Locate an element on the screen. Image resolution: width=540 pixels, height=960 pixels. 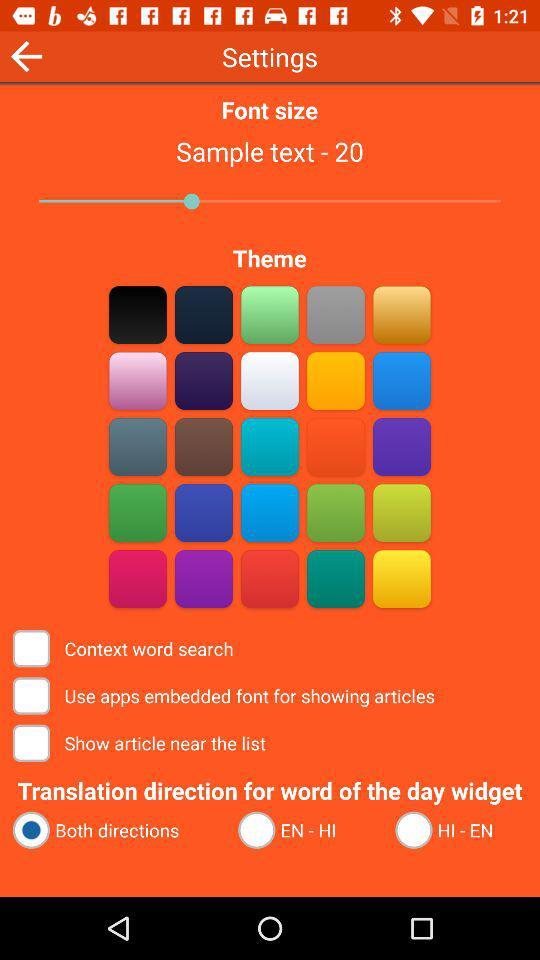
change theme color to dark blue is located at coordinates (203, 512).